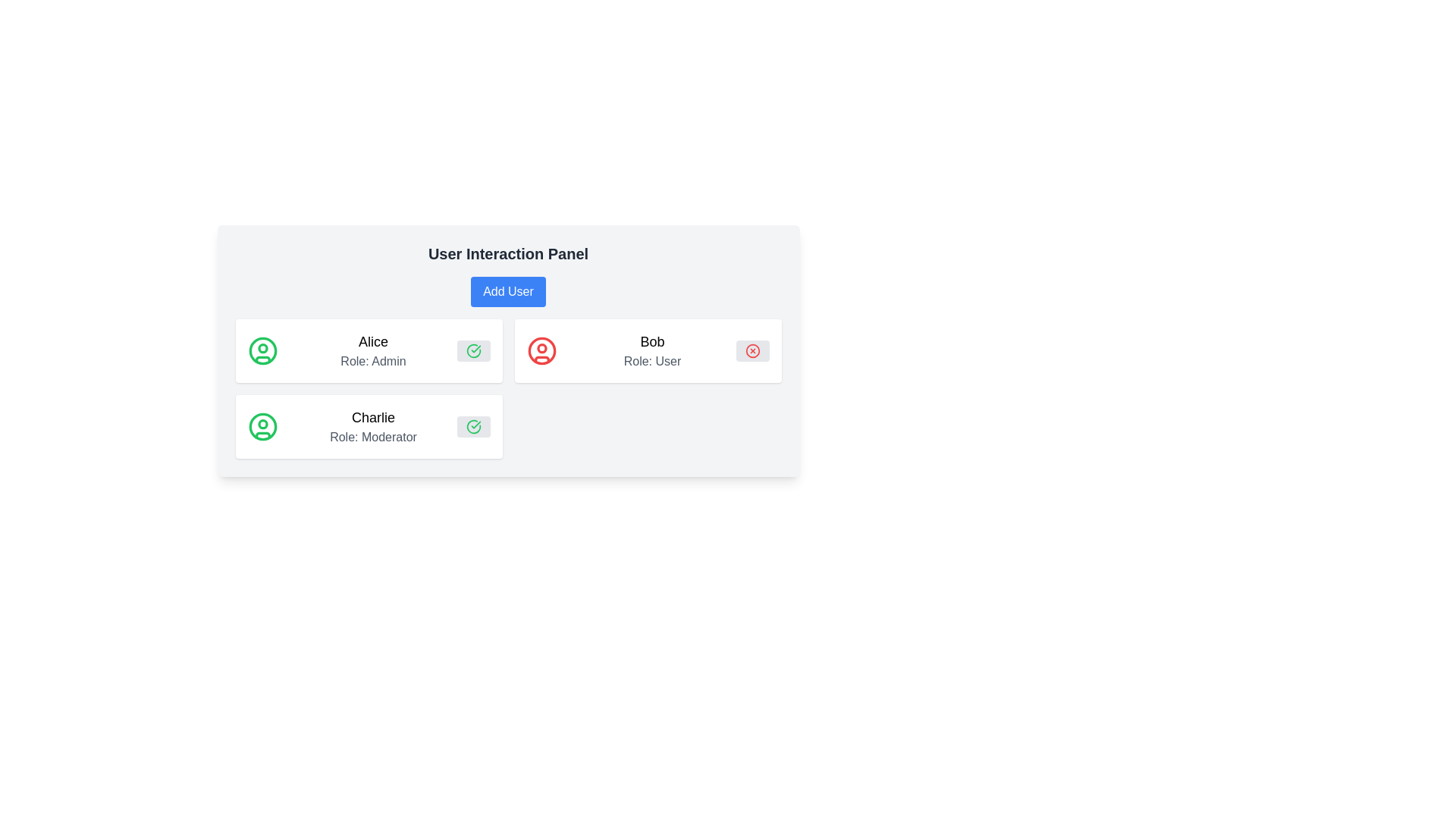 This screenshot has width=1456, height=819. What do you see at coordinates (472, 427) in the screenshot?
I see `the confirmation button located in the top-right corner of Charlie's user card, which indicates approval for the user 'Charlie', Role: Moderator` at bounding box center [472, 427].